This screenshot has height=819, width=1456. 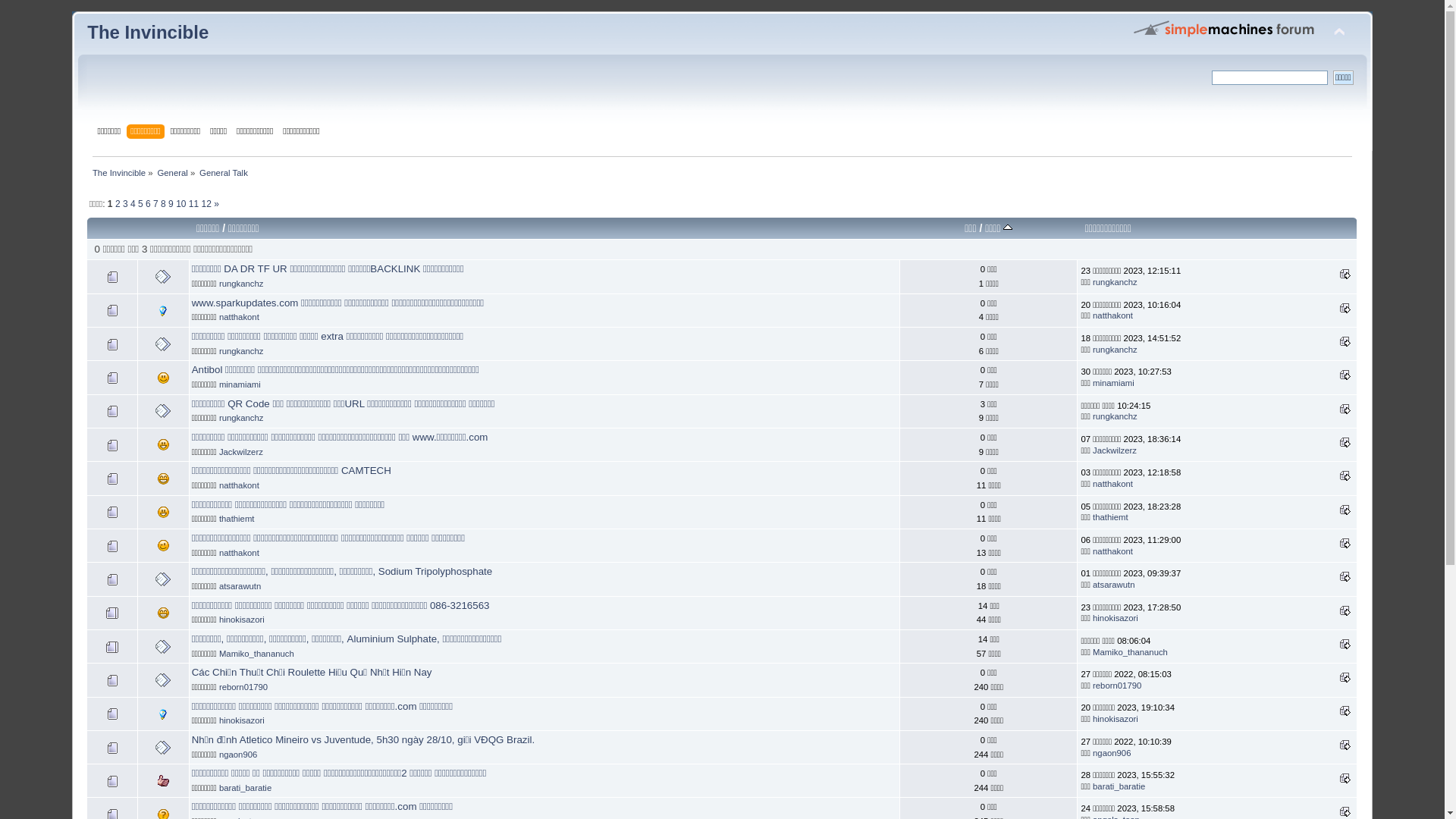 I want to click on 'reborn01790', so click(x=243, y=687).